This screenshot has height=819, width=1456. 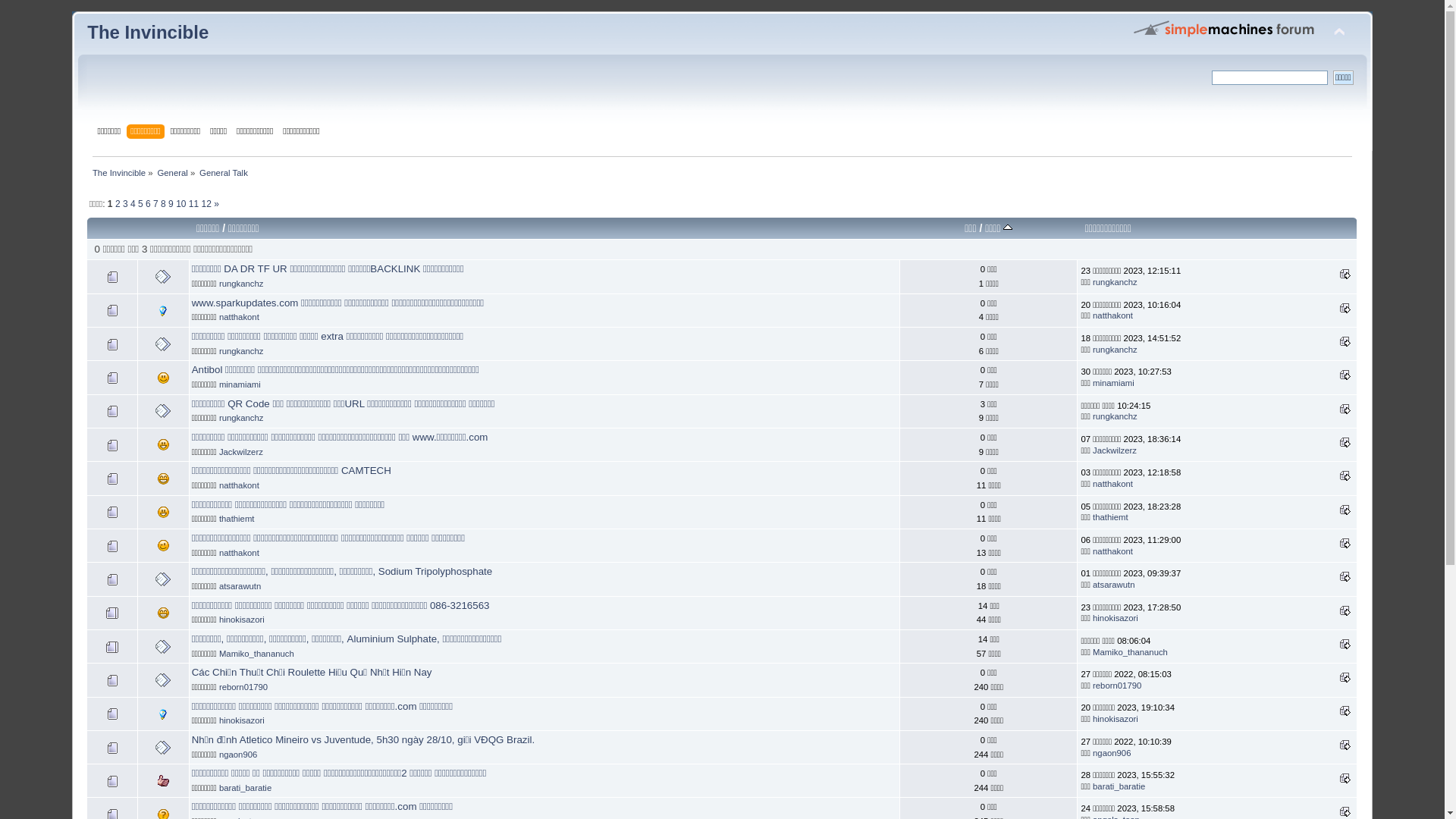 I want to click on 'reborn01790', so click(x=243, y=687).